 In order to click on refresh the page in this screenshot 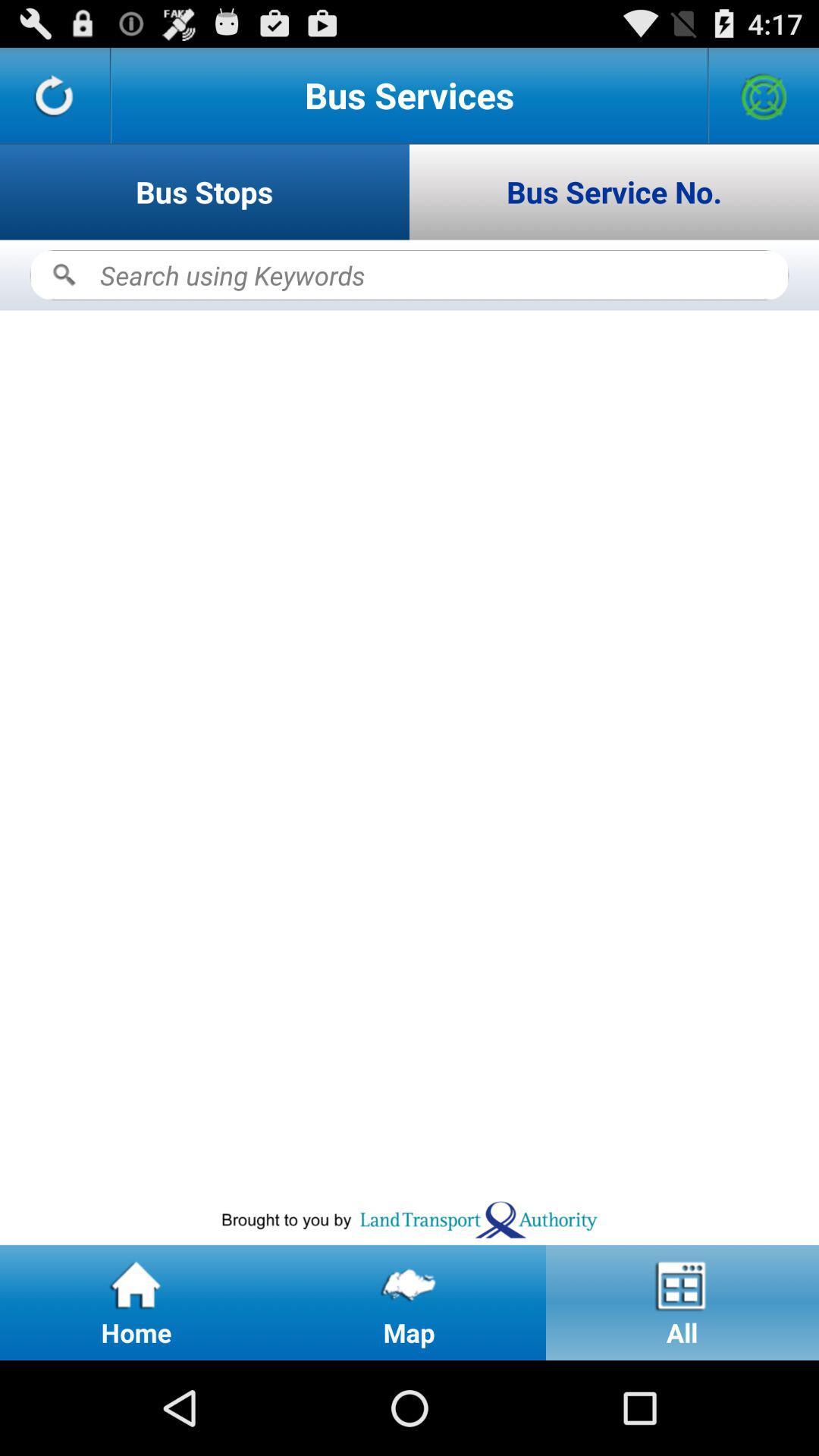, I will do `click(54, 94)`.